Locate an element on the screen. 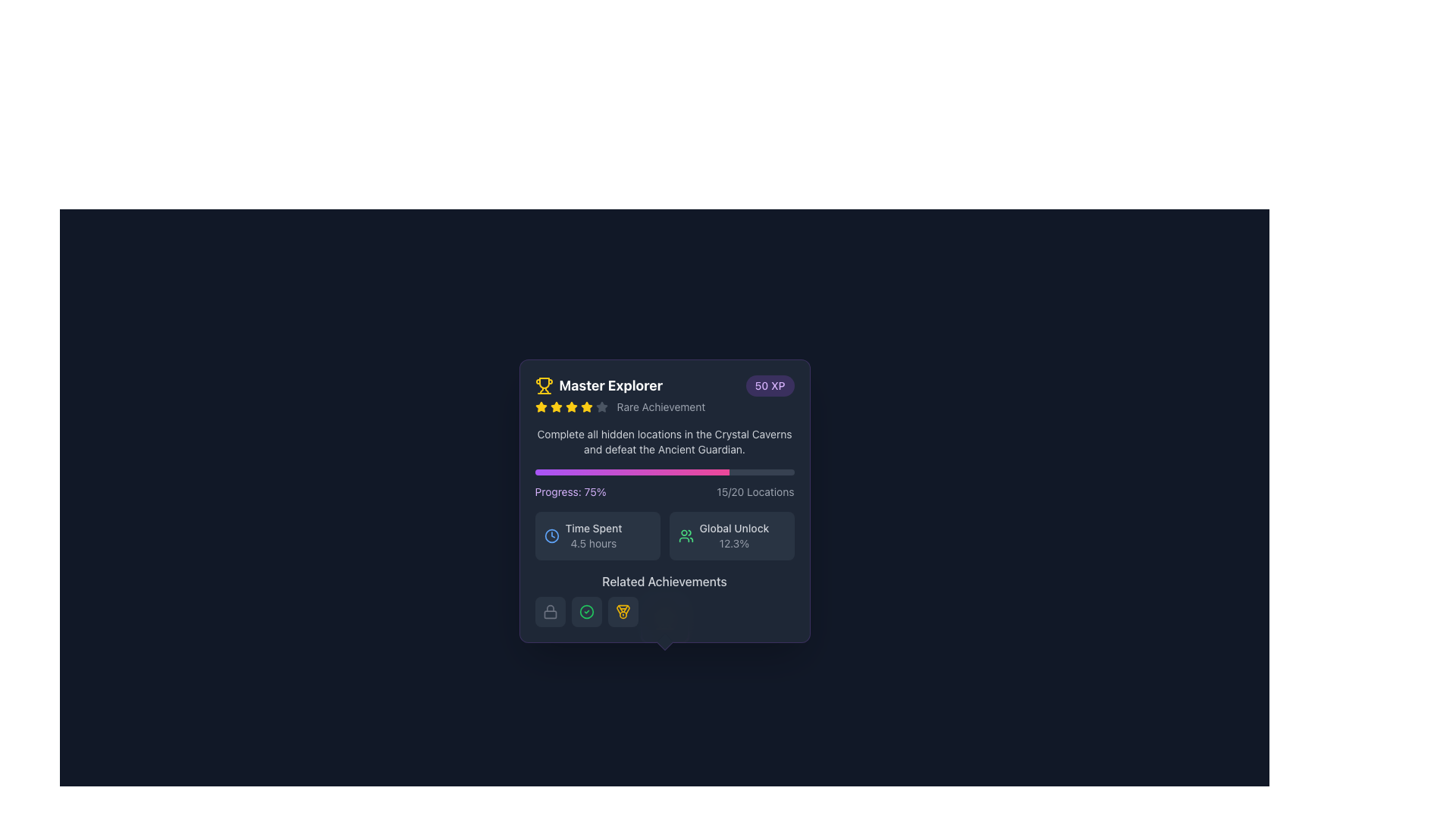 The height and width of the screenshot is (819, 1456). the Static Text Label reading 'Rare Achievement', which is styled with a small font size and gray color, located within a badge-like section to the right of the stars is located at coordinates (661, 406).